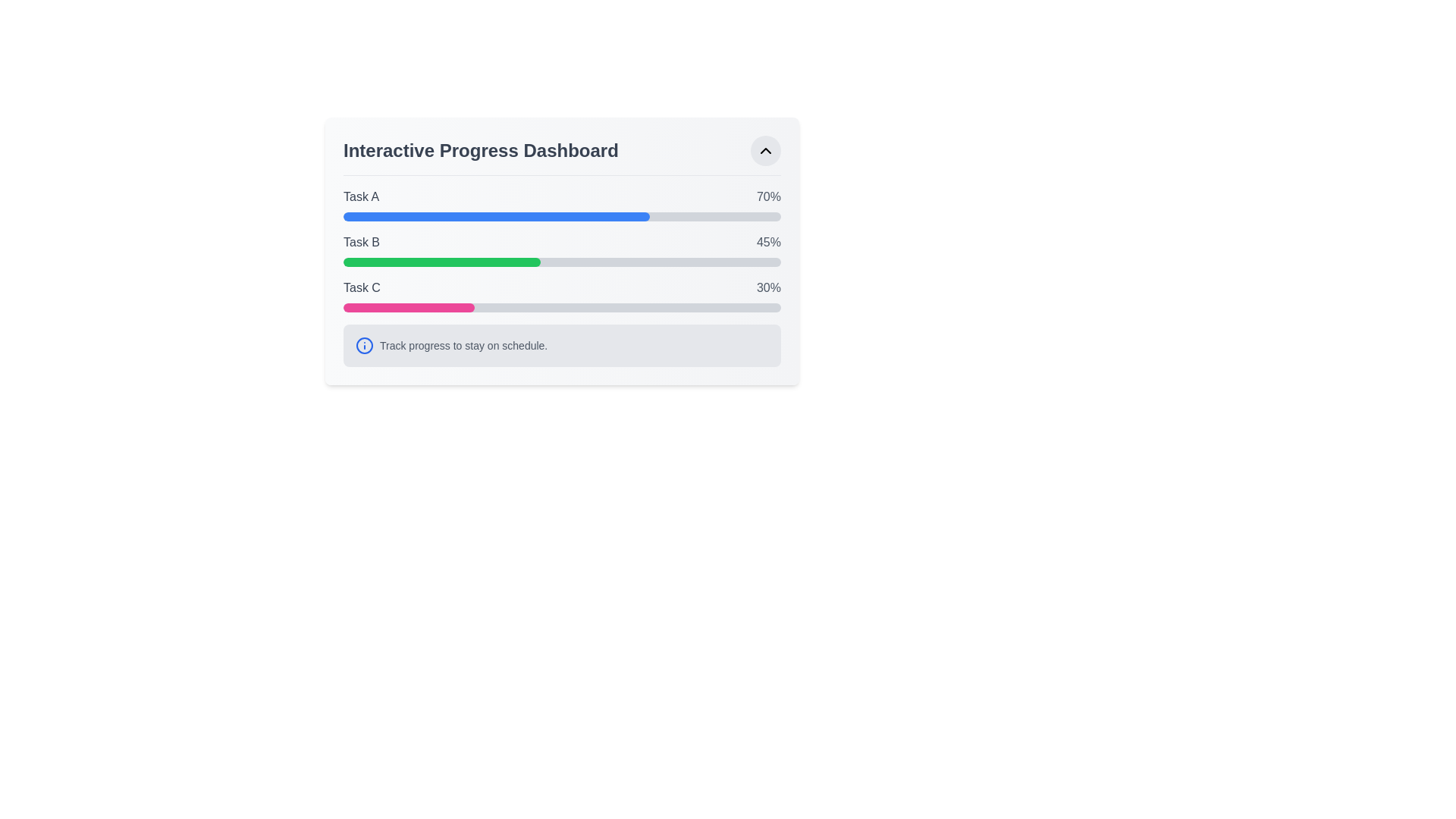 This screenshot has height=819, width=1456. I want to click on progress bar element associated with 'Task B', which indicates 45% progress and is visually represented as a horizontal bar with a green fill, so click(561, 262).